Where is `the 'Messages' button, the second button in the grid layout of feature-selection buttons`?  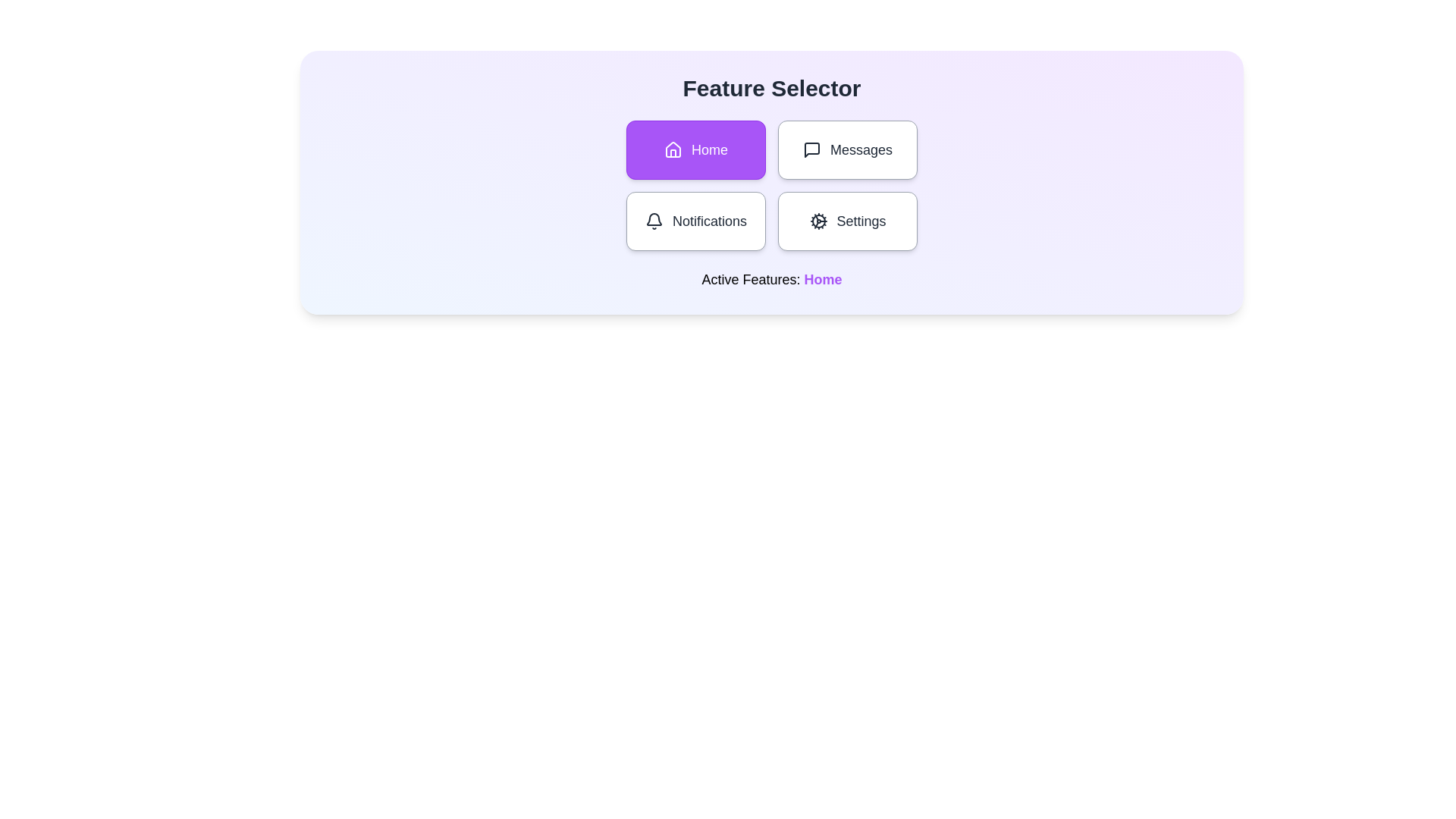
the 'Messages' button, the second button in the grid layout of feature-selection buttons is located at coordinates (847, 149).